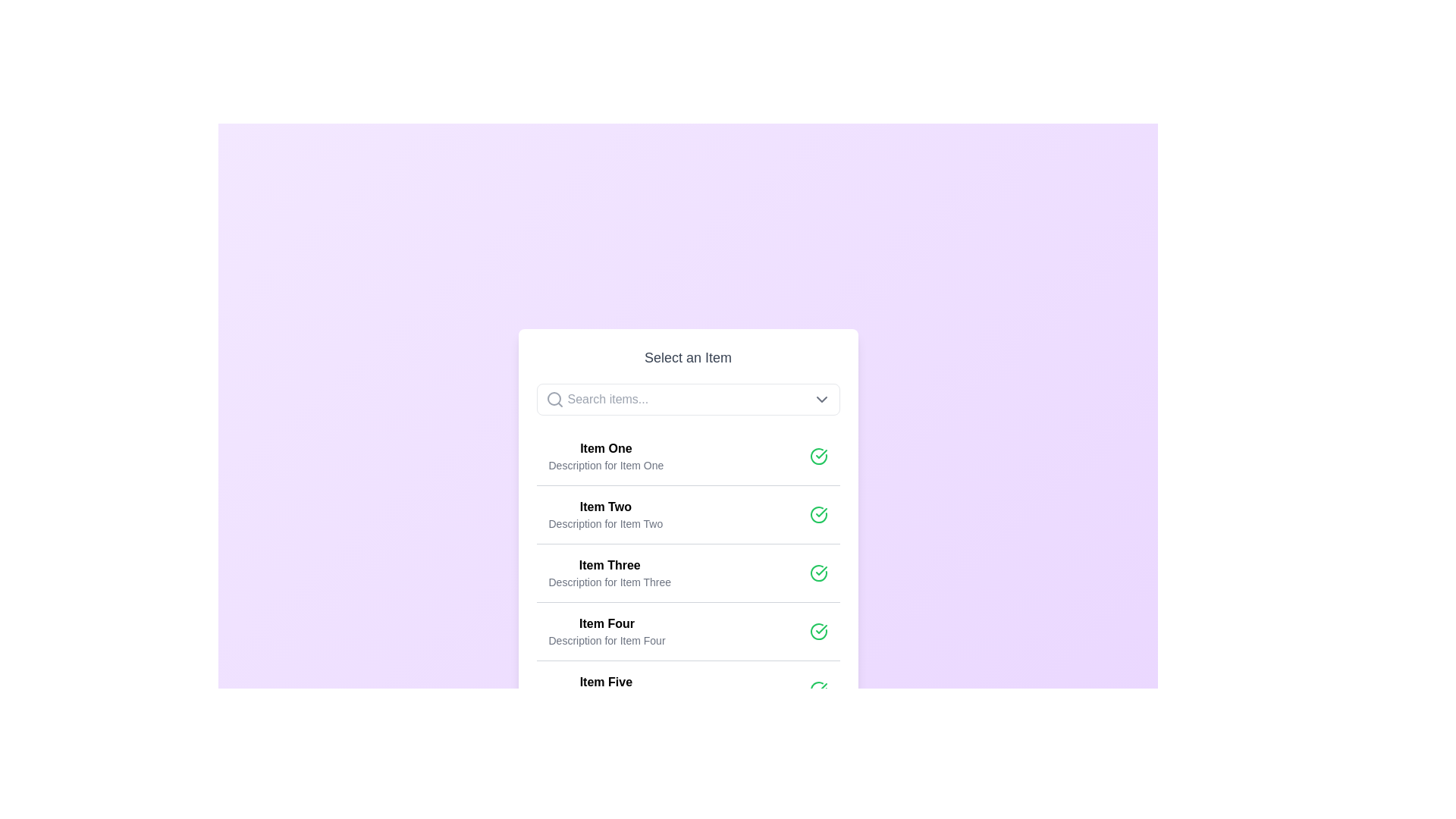  I want to click on the fifth item in the vertically-aligned list, so click(605, 690).